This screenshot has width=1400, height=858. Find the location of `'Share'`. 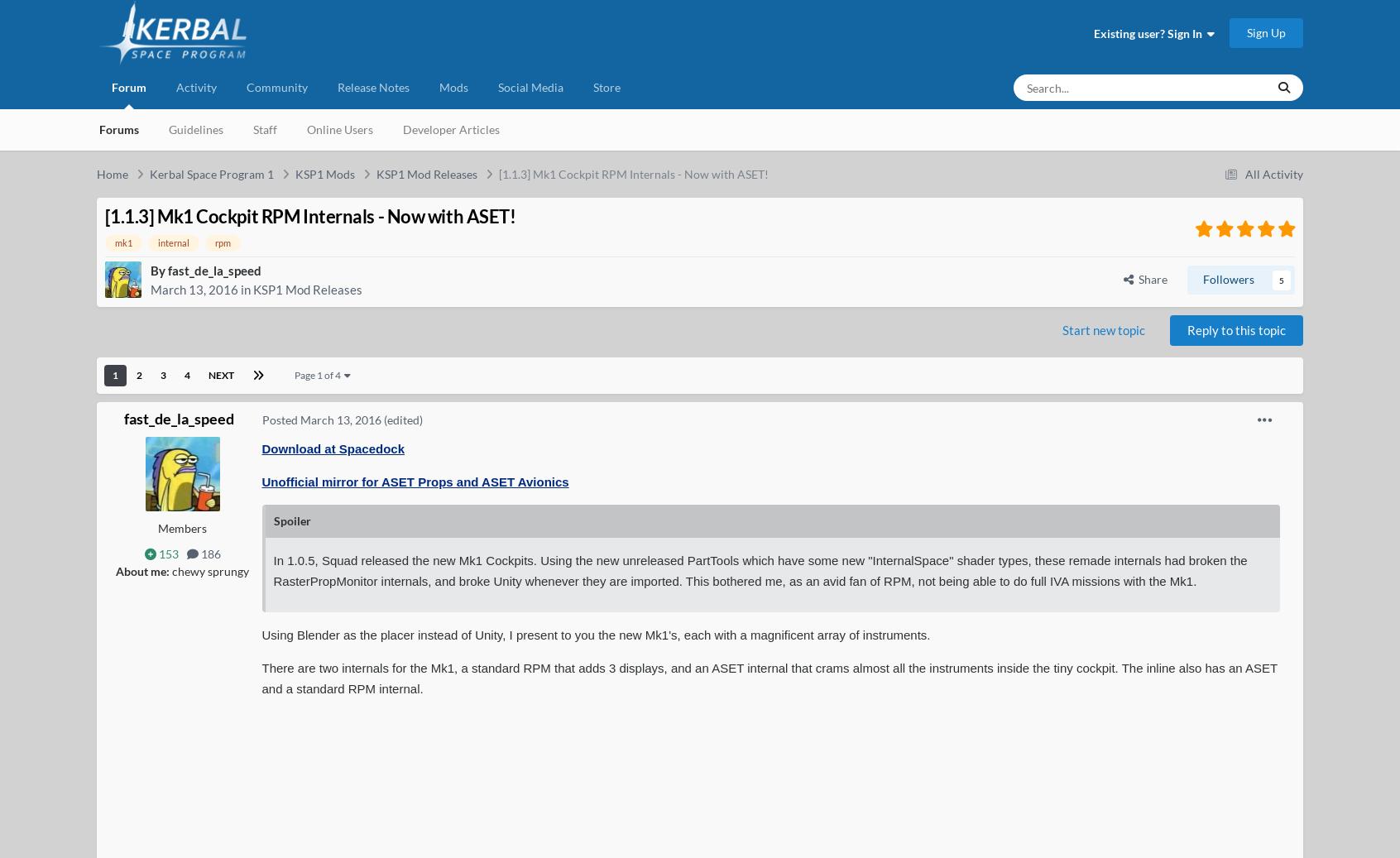

'Share' is located at coordinates (1150, 278).